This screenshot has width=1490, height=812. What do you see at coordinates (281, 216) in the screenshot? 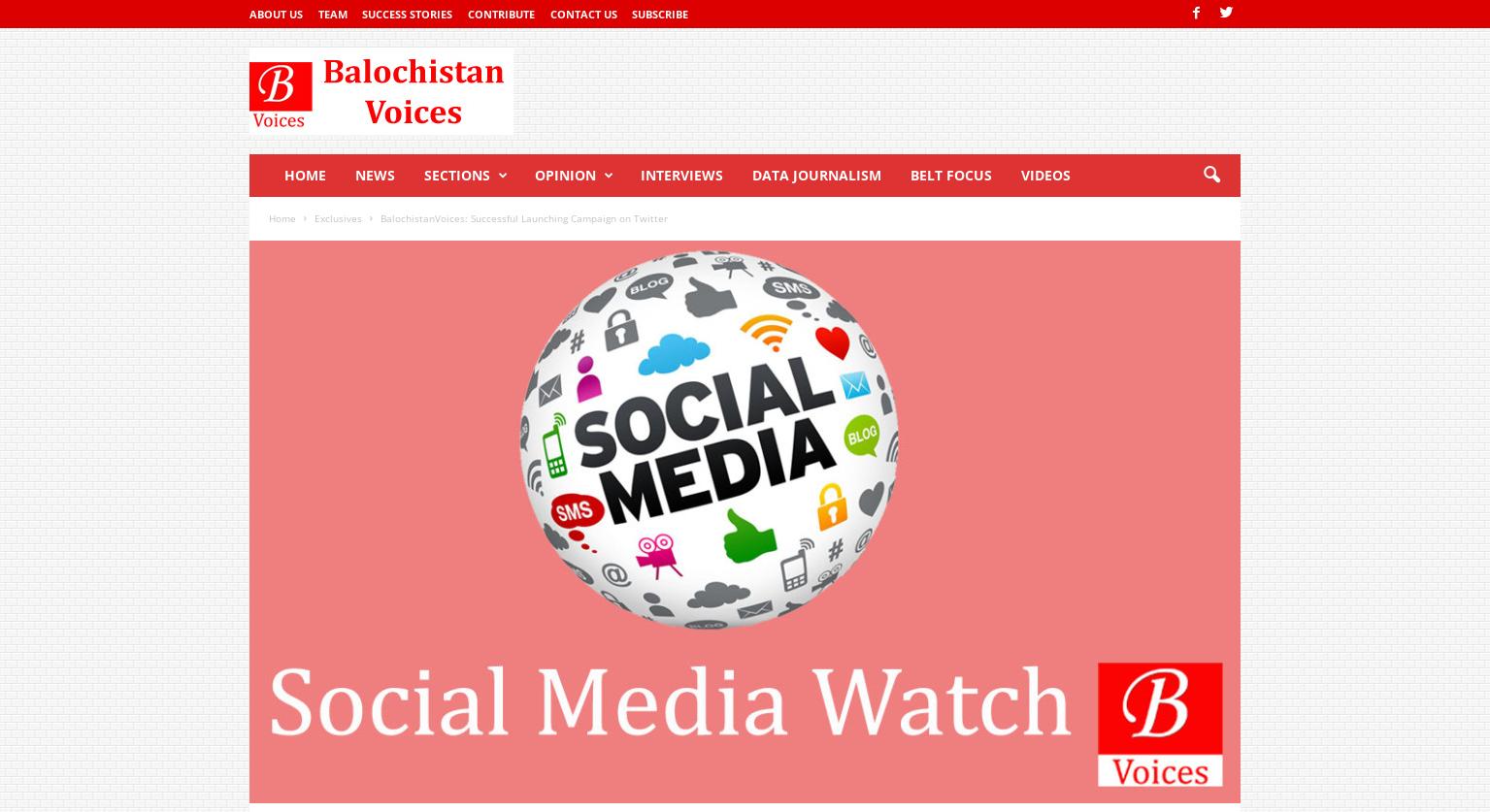
I see `'Home'` at bounding box center [281, 216].